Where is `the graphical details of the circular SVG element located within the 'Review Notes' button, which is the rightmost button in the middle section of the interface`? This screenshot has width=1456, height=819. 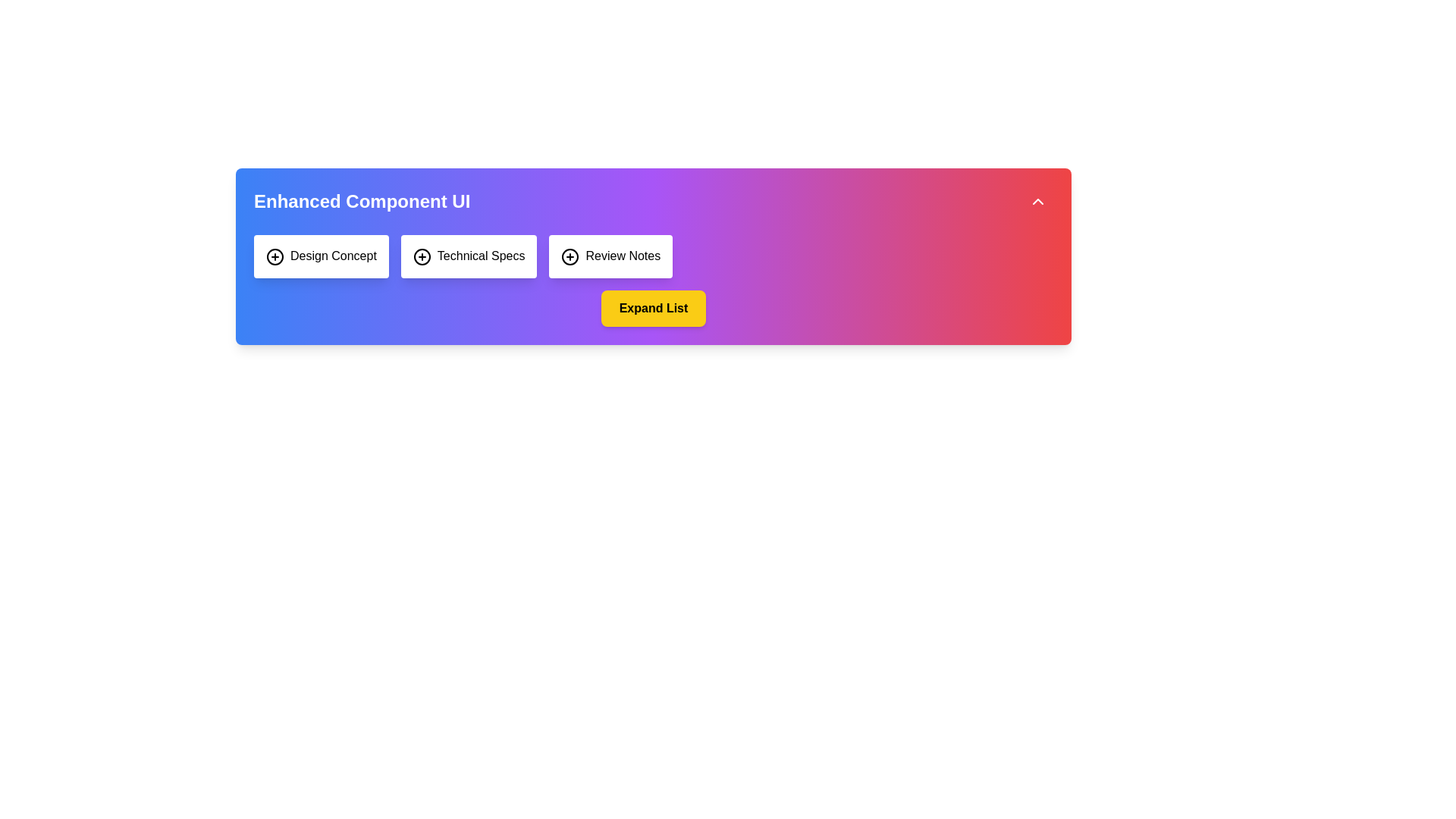 the graphical details of the circular SVG element located within the 'Review Notes' button, which is the rightmost button in the middle section of the interface is located at coordinates (570, 256).